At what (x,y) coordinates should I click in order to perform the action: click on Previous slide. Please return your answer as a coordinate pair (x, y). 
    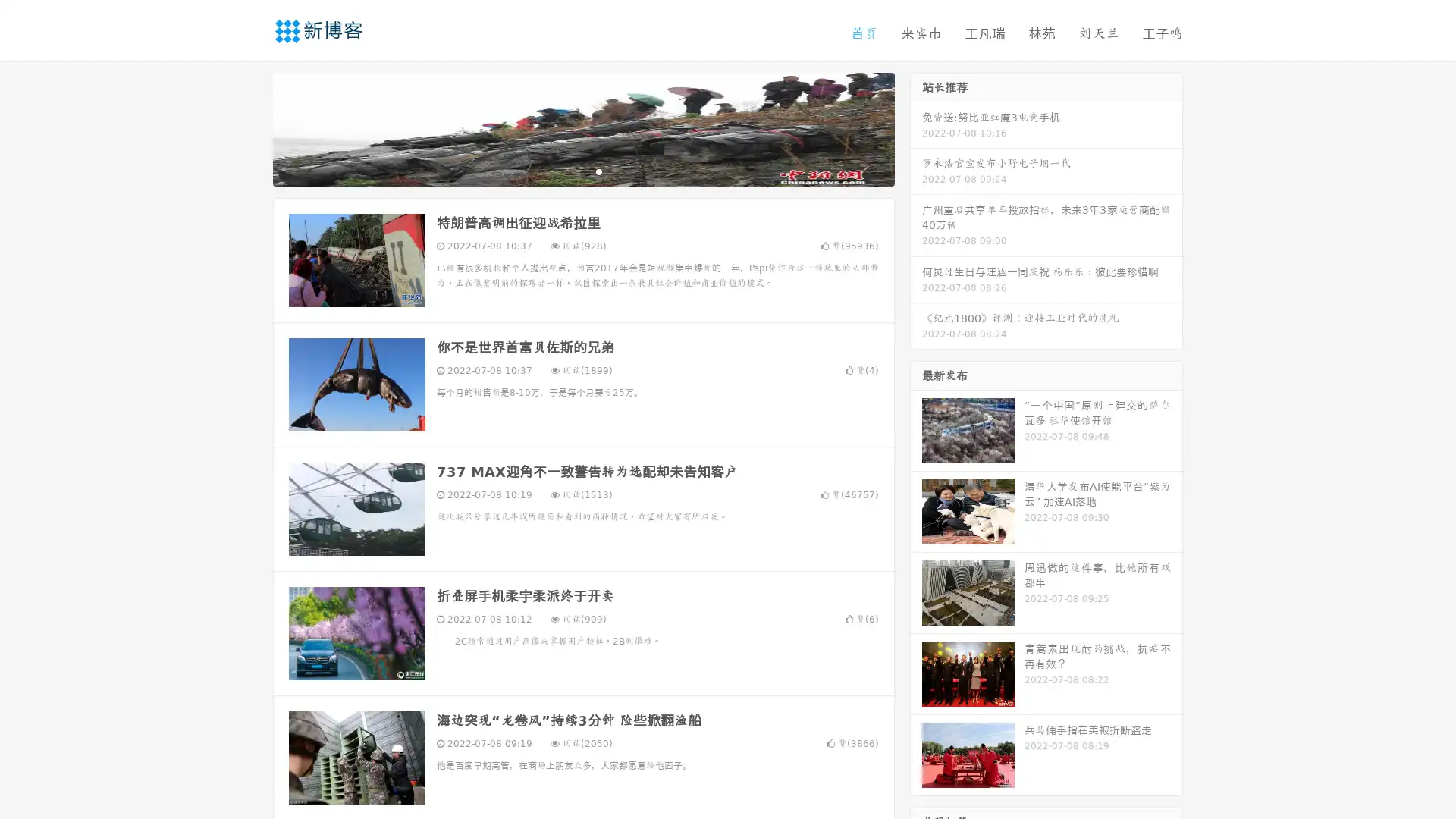
    Looking at the image, I should click on (250, 127).